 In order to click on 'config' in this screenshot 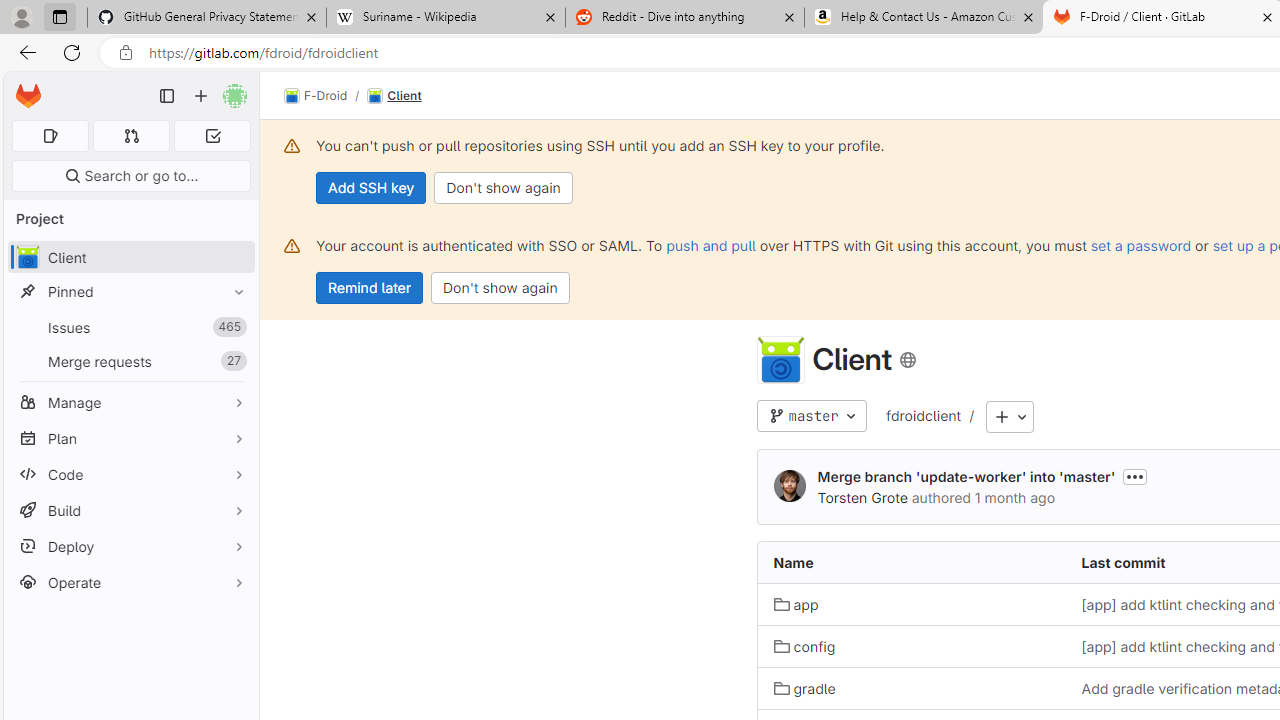, I will do `click(804, 646)`.